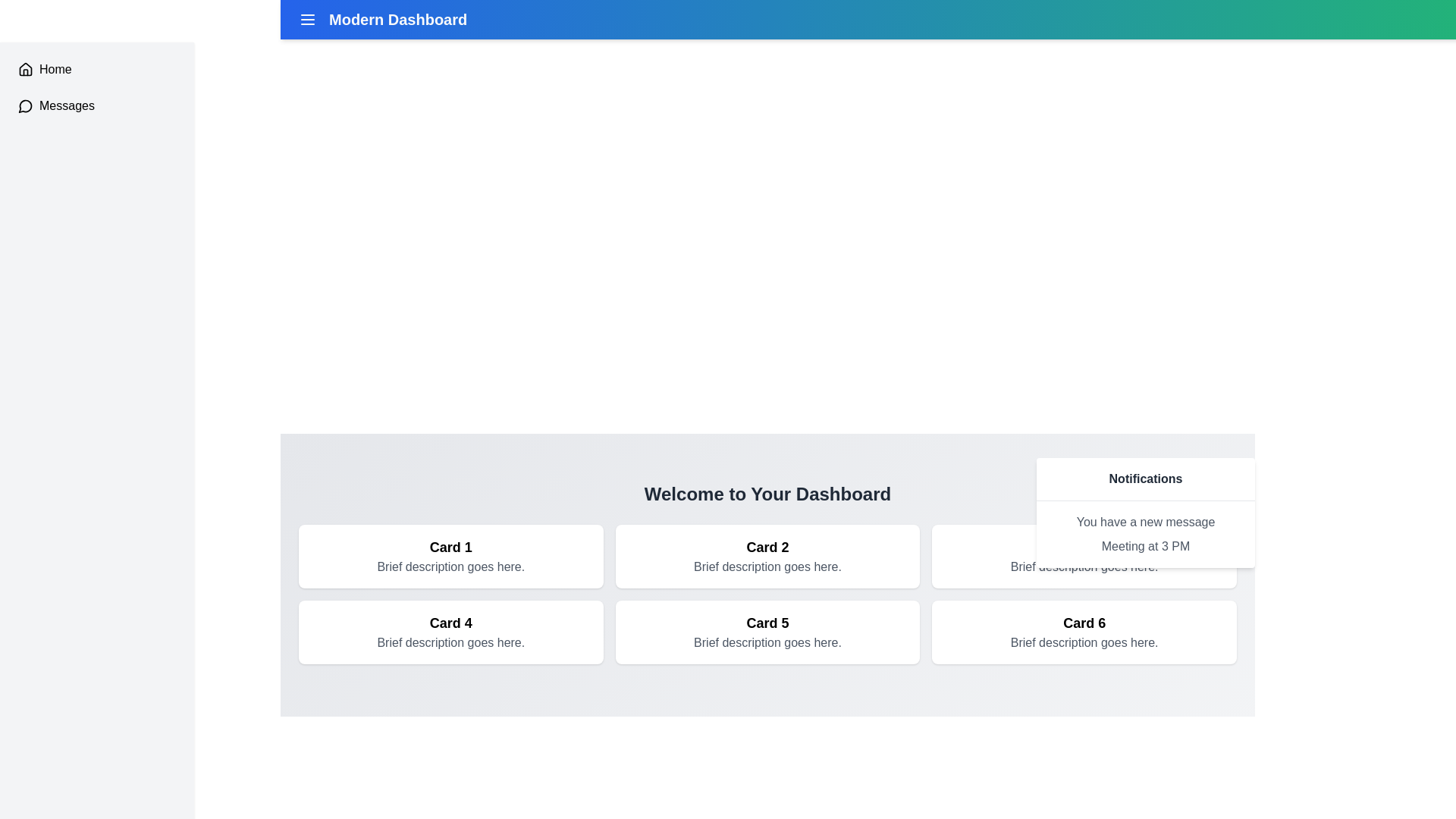  Describe the element at coordinates (25, 70) in the screenshot. I see `the 'Home' SVG icon in the sidebar navigation menu, which visually indicates the 'Home' section` at that location.